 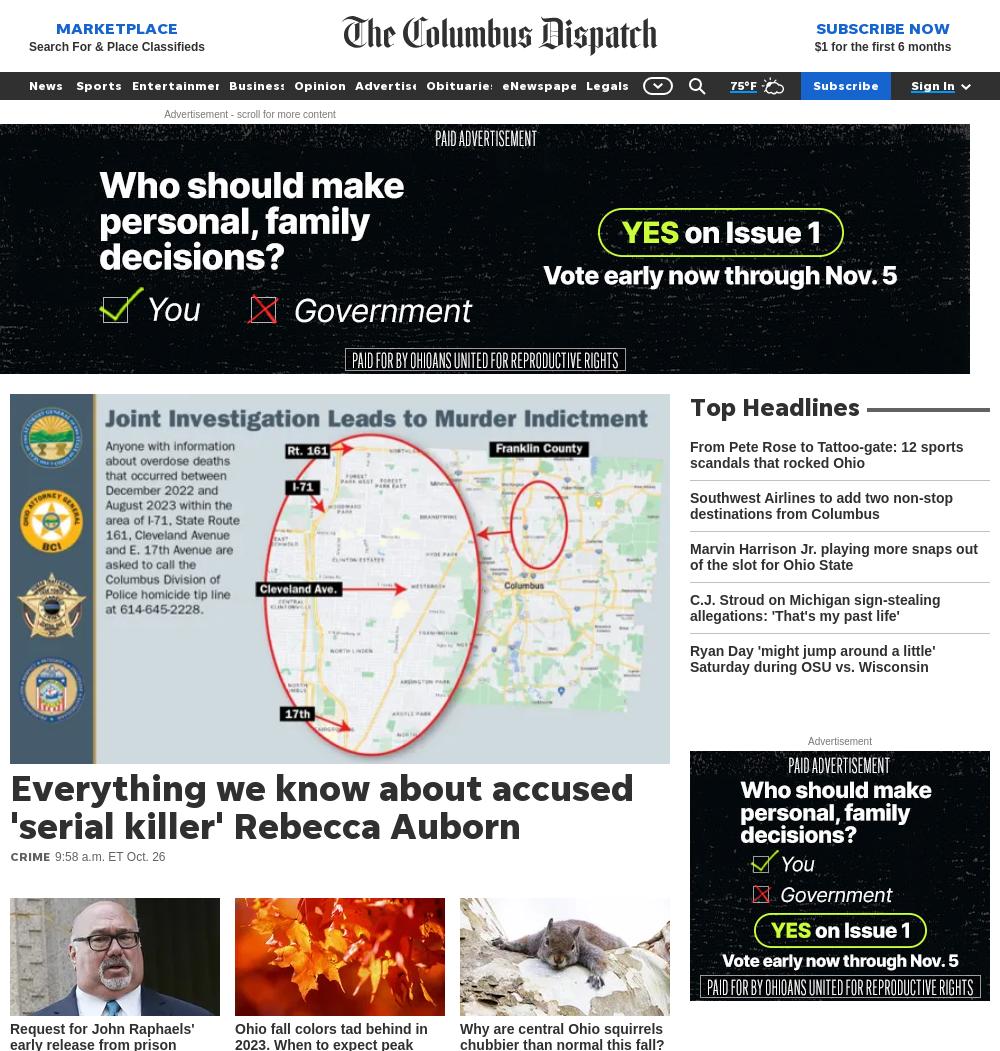 What do you see at coordinates (542, 85) in the screenshot?
I see `'eNewspaper'` at bounding box center [542, 85].